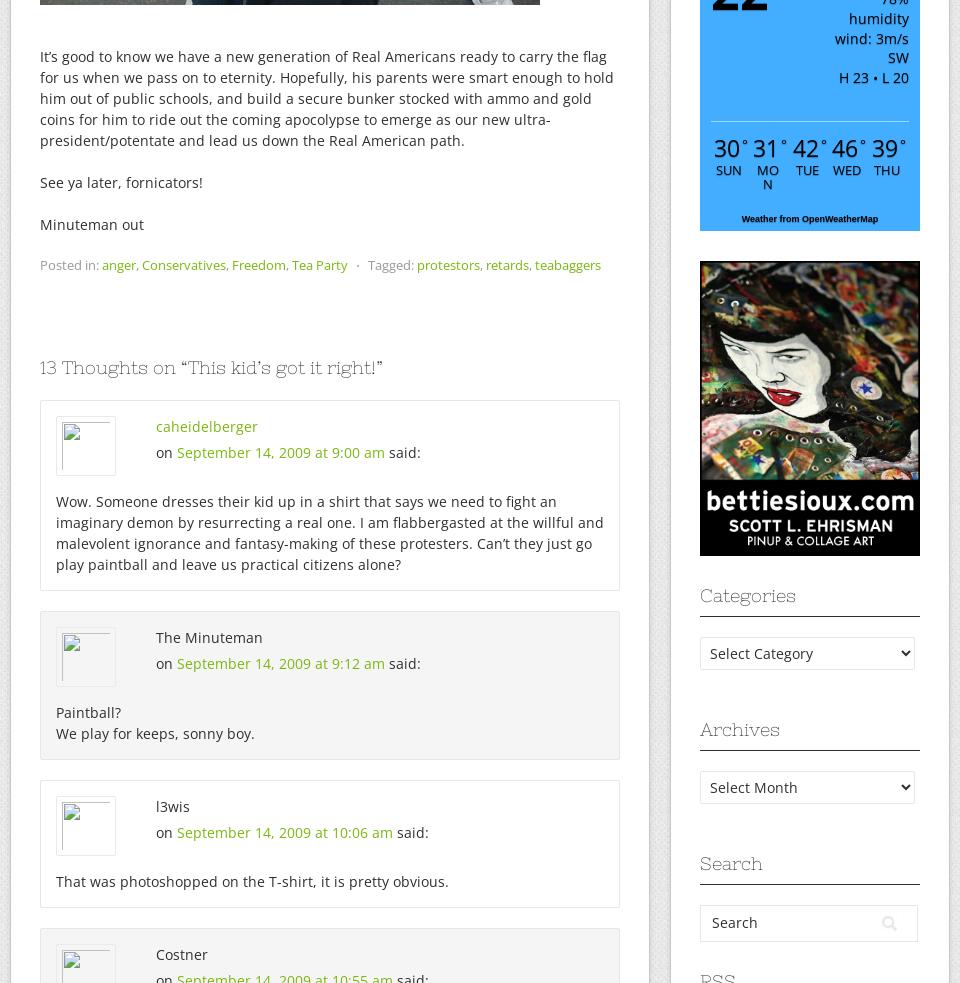 The height and width of the screenshot is (983, 960). Describe the element at coordinates (184, 265) in the screenshot. I see `'Conservatives'` at that location.